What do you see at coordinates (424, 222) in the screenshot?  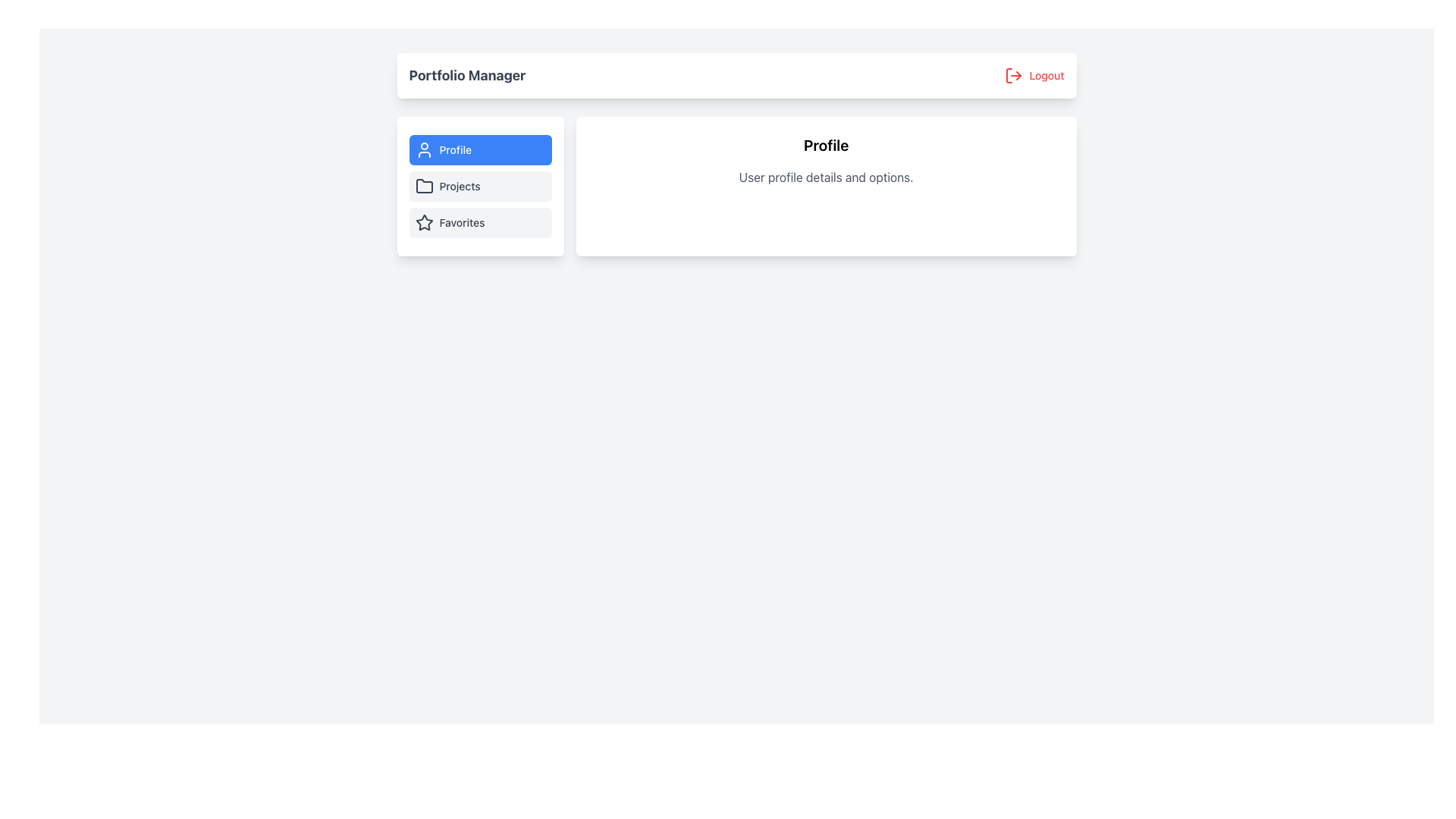 I see `the star-shaped icon associated with the 'Favorites' feature in the vertical navigation bar` at bounding box center [424, 222].